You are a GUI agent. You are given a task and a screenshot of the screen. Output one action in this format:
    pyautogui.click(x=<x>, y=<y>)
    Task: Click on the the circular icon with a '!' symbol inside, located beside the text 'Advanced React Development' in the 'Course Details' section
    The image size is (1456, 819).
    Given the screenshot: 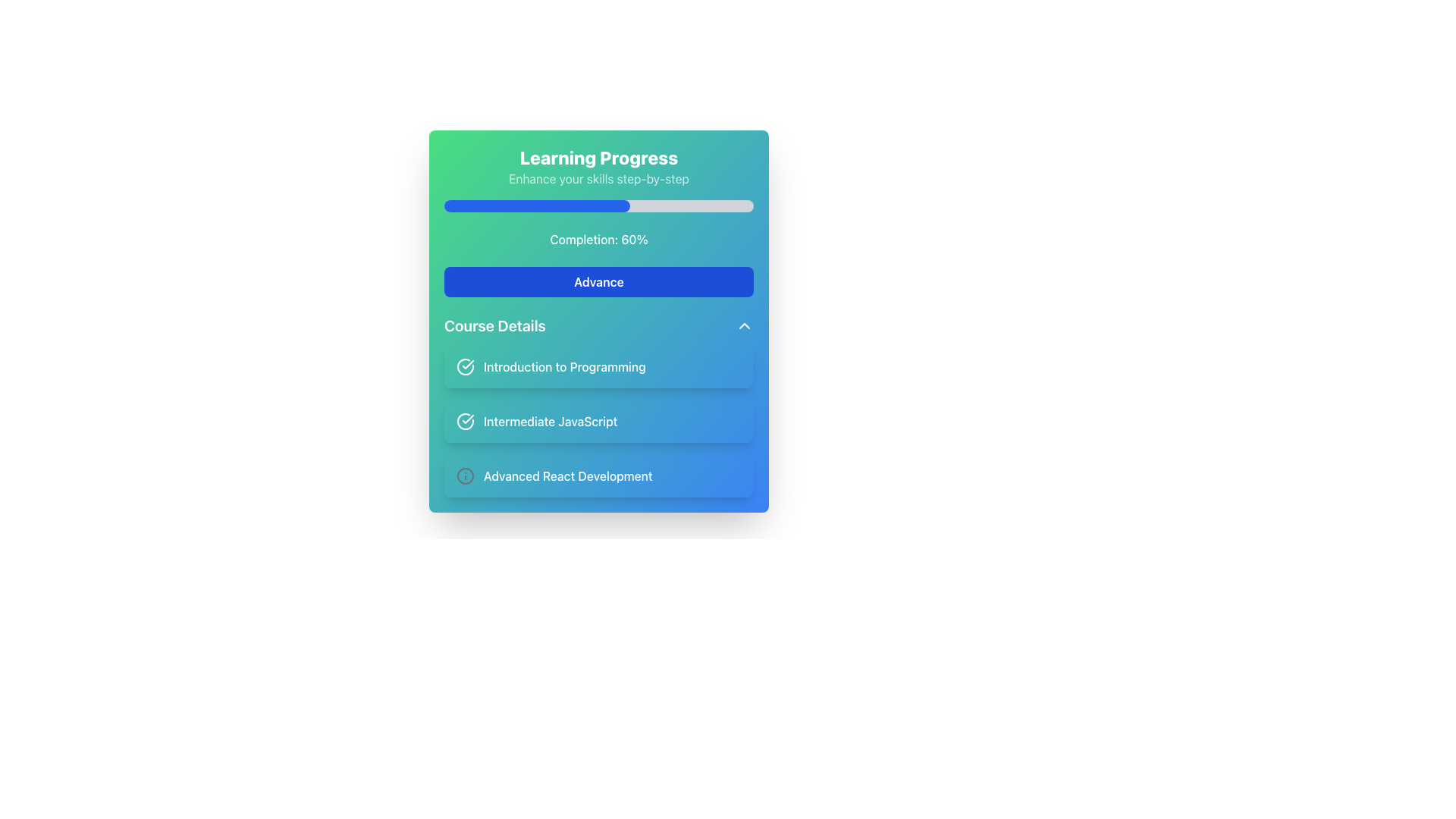 What is the action you would take?
    pyautogui.click(x=465, y=475)
    